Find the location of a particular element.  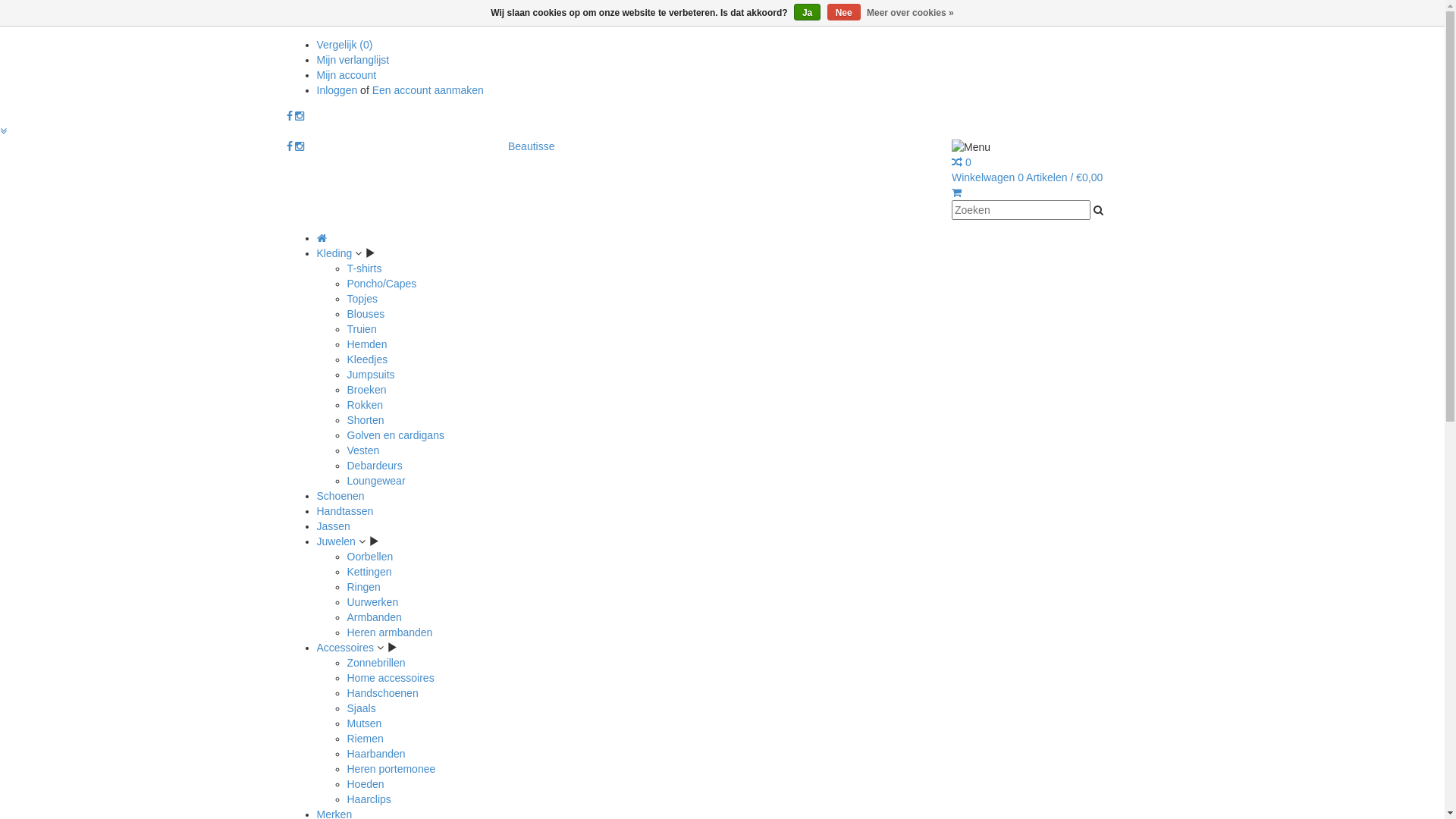

'Uurwerken' is located at coordinates (373, 601).